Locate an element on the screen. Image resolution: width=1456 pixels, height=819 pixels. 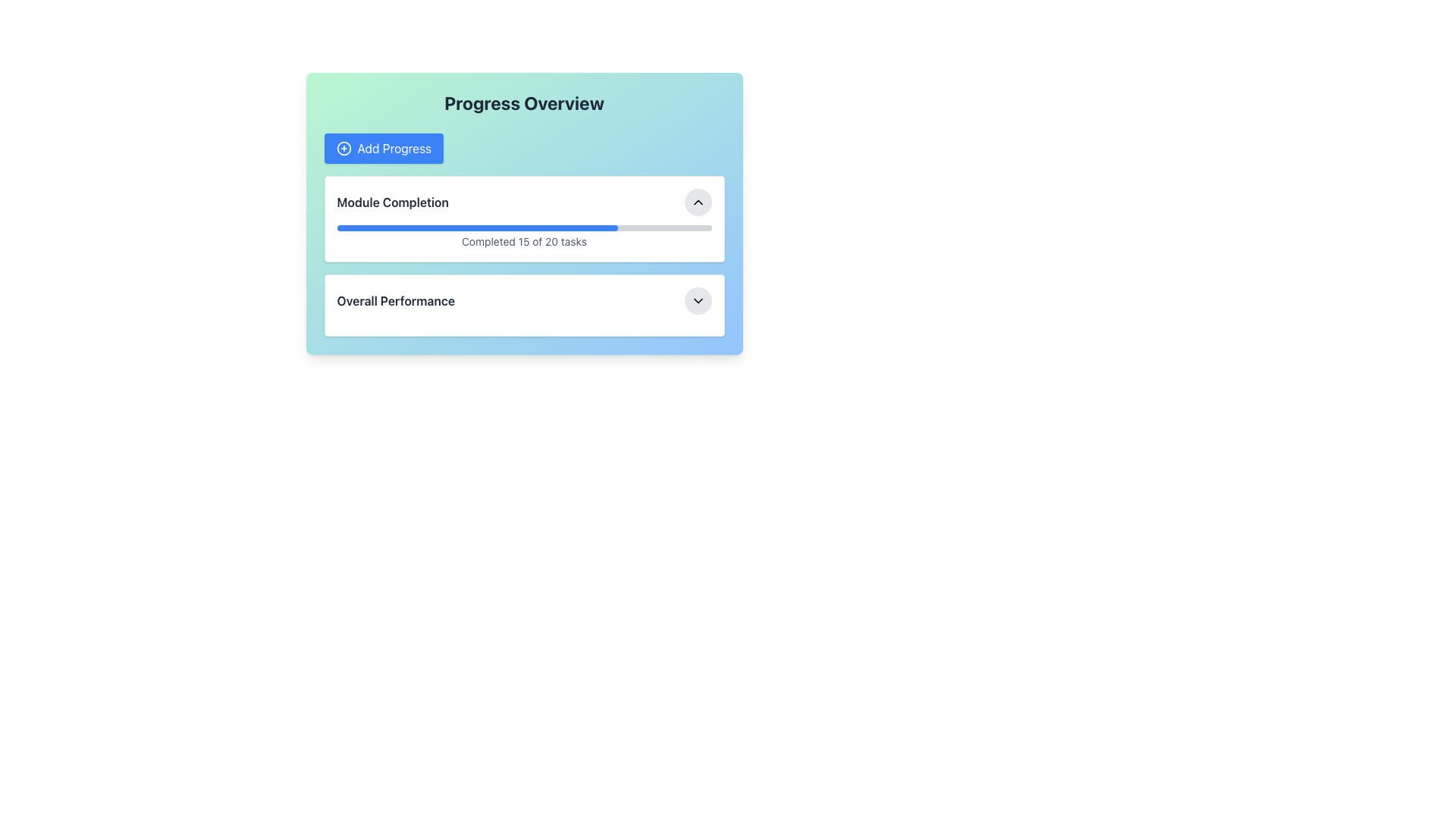
the button that expands or collapses additional details in the 'Overall Performance' section, located at the far right of the section, aligned with the text 'Overall Performance' is located at coordinates (697, 301).